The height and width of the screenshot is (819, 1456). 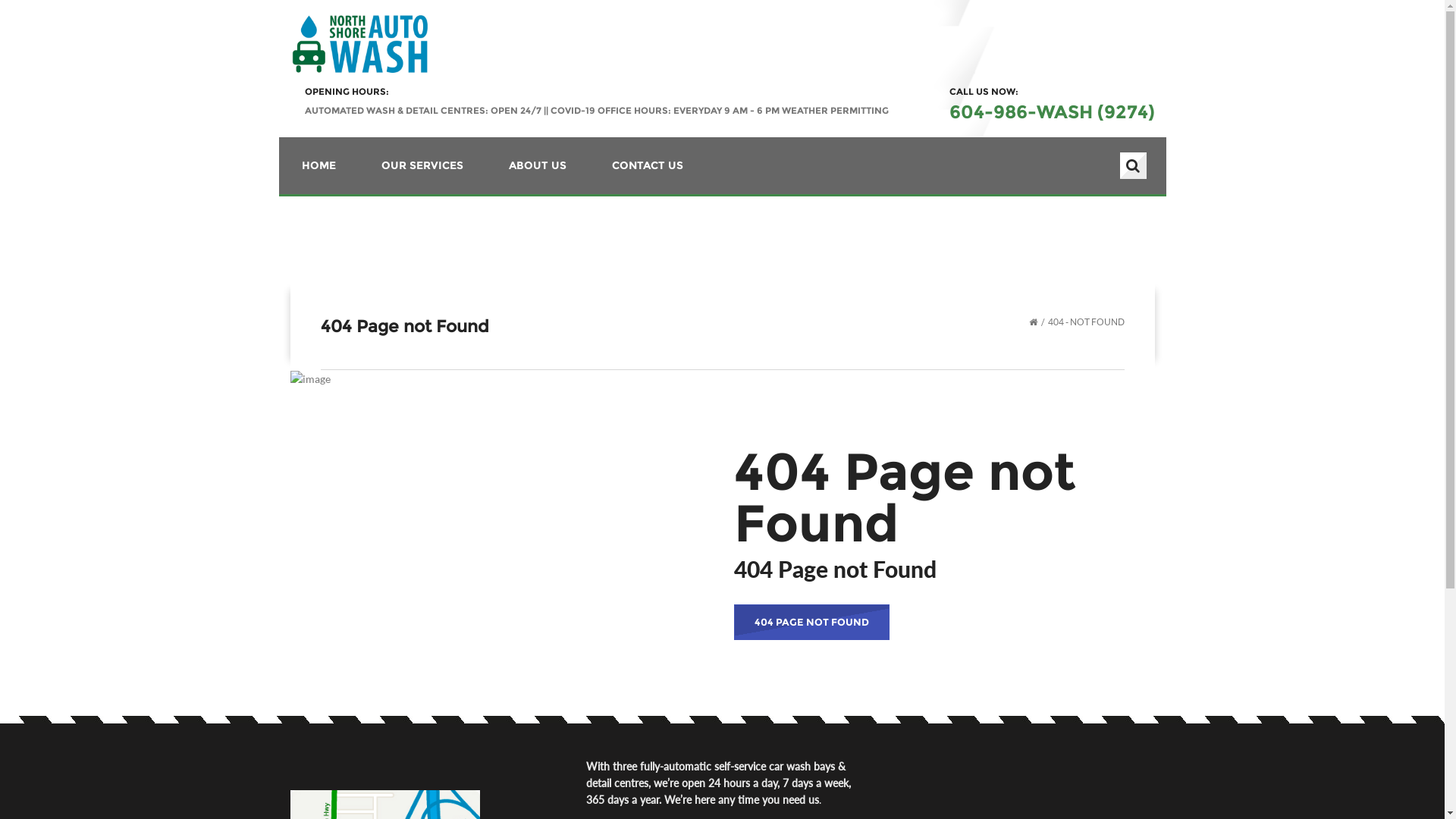 I want to click on '404 PAGE NOT FOUND', so click(x=734, y=622).